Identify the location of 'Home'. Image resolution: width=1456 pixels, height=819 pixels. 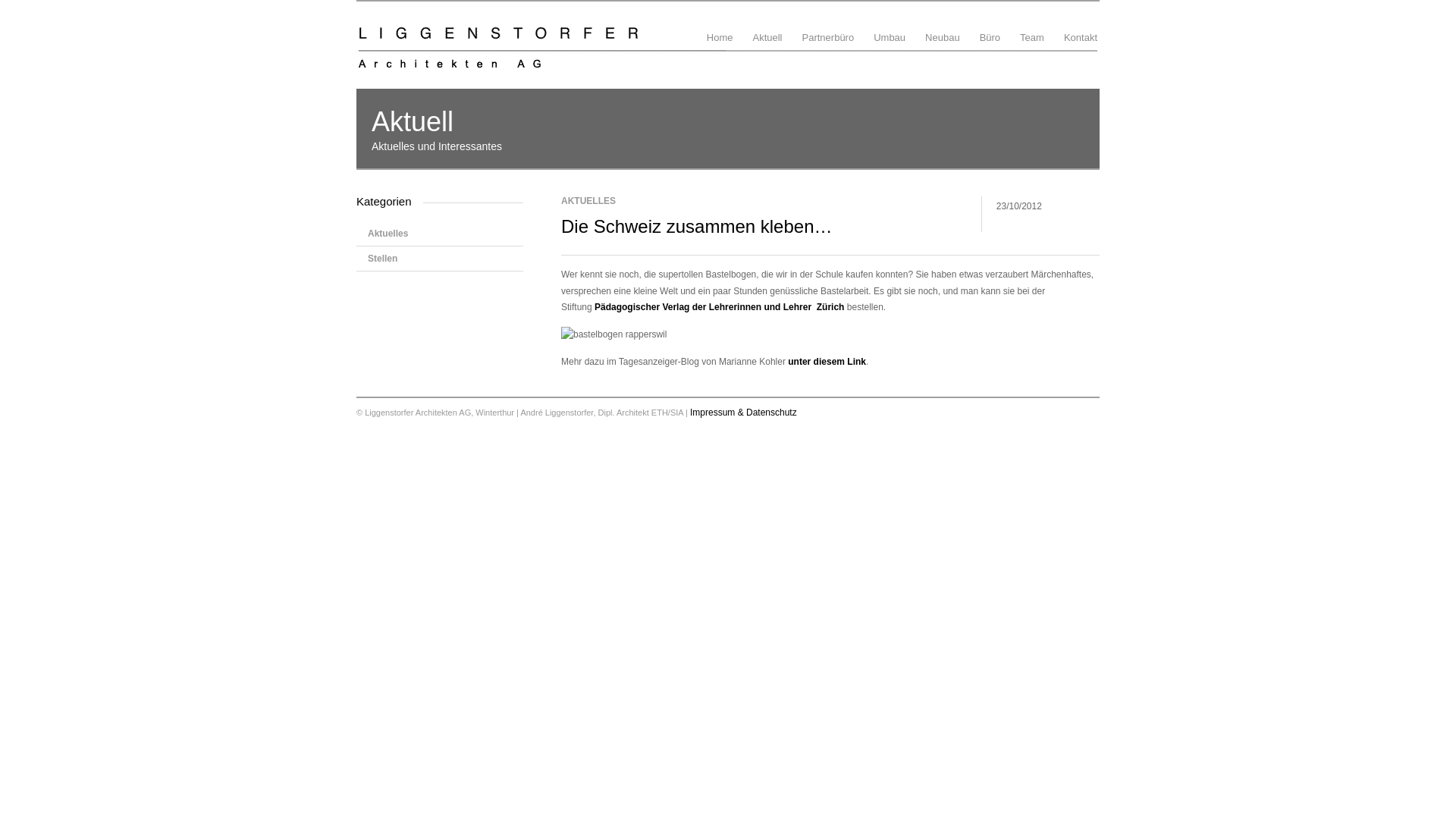
(719, 25).